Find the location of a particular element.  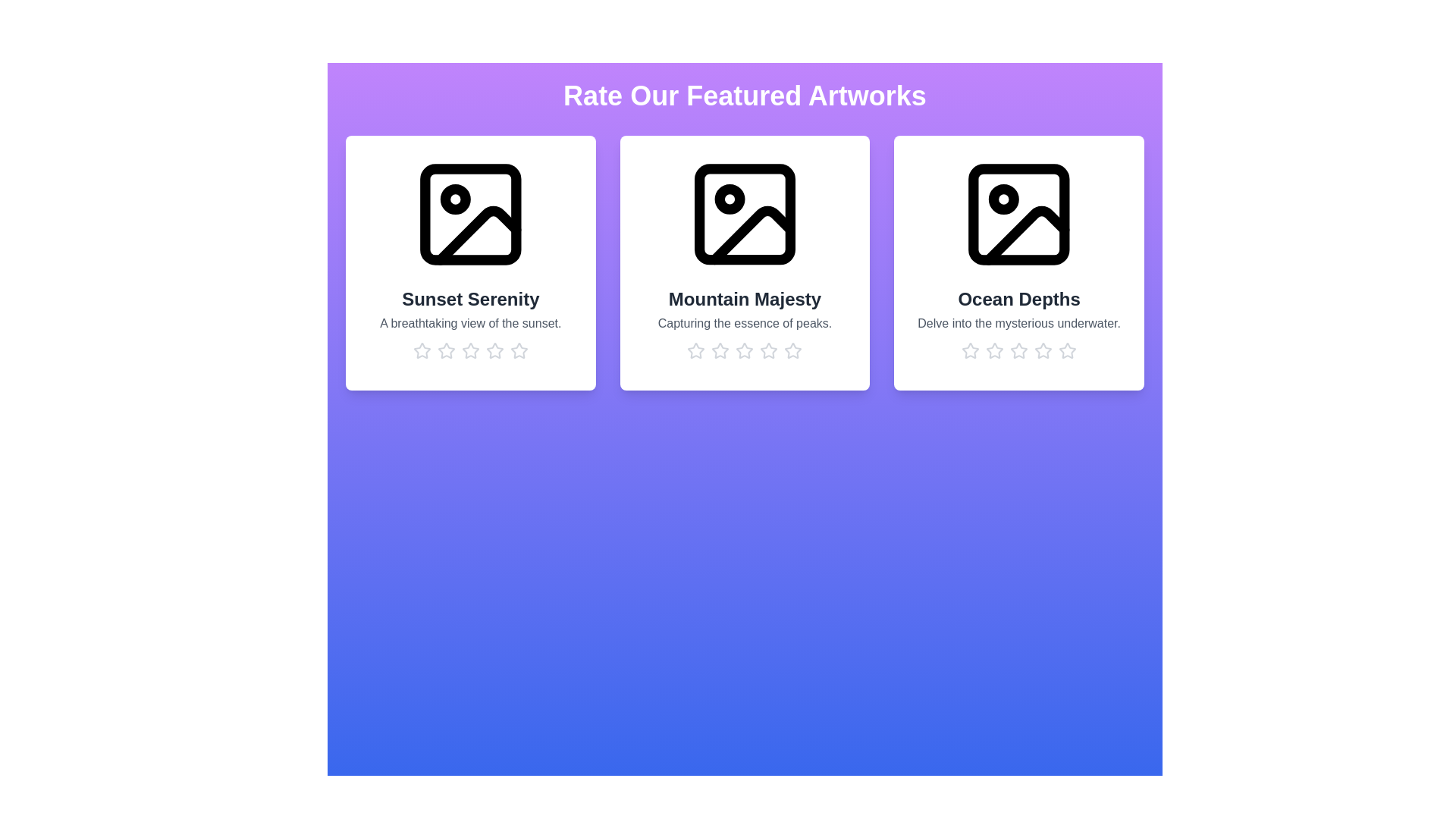

the rating for the artwork 'Ocean Depths' to 4 stars is located at coordinates (1043, 350).